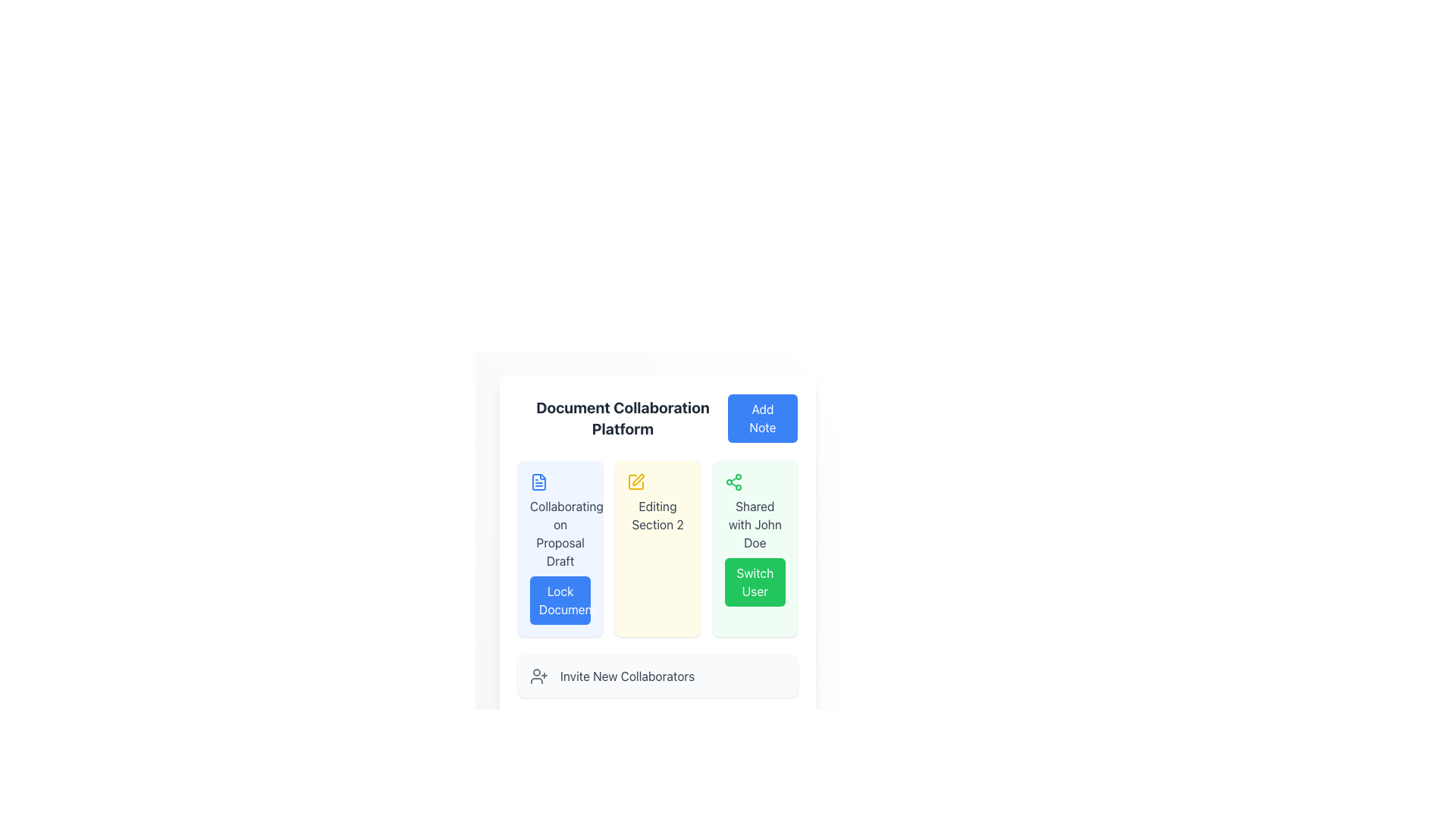  What do you see at coordinates (636, 482) in the screenshot?
I see `the representation of the yellow pen-shaped icon located in the 'Editing Section 2' panel, positioned centrally at the top region of this section` at bounding box center [636, 482].